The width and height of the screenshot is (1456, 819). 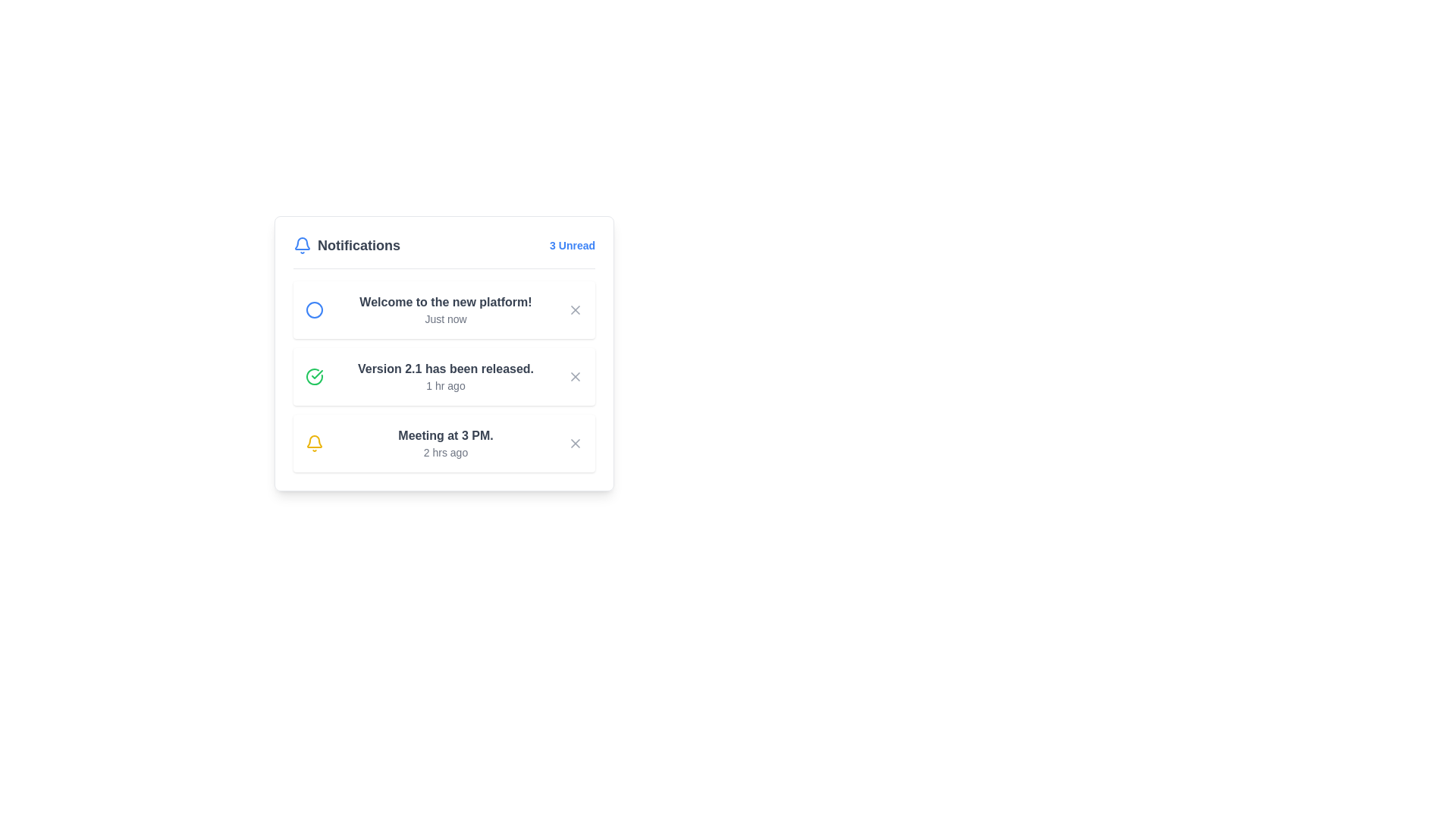 I want to click on the 'Notifications' text label with the blue bell icon located at the top-left corner of the notification panel, so click(x=346, y=245).